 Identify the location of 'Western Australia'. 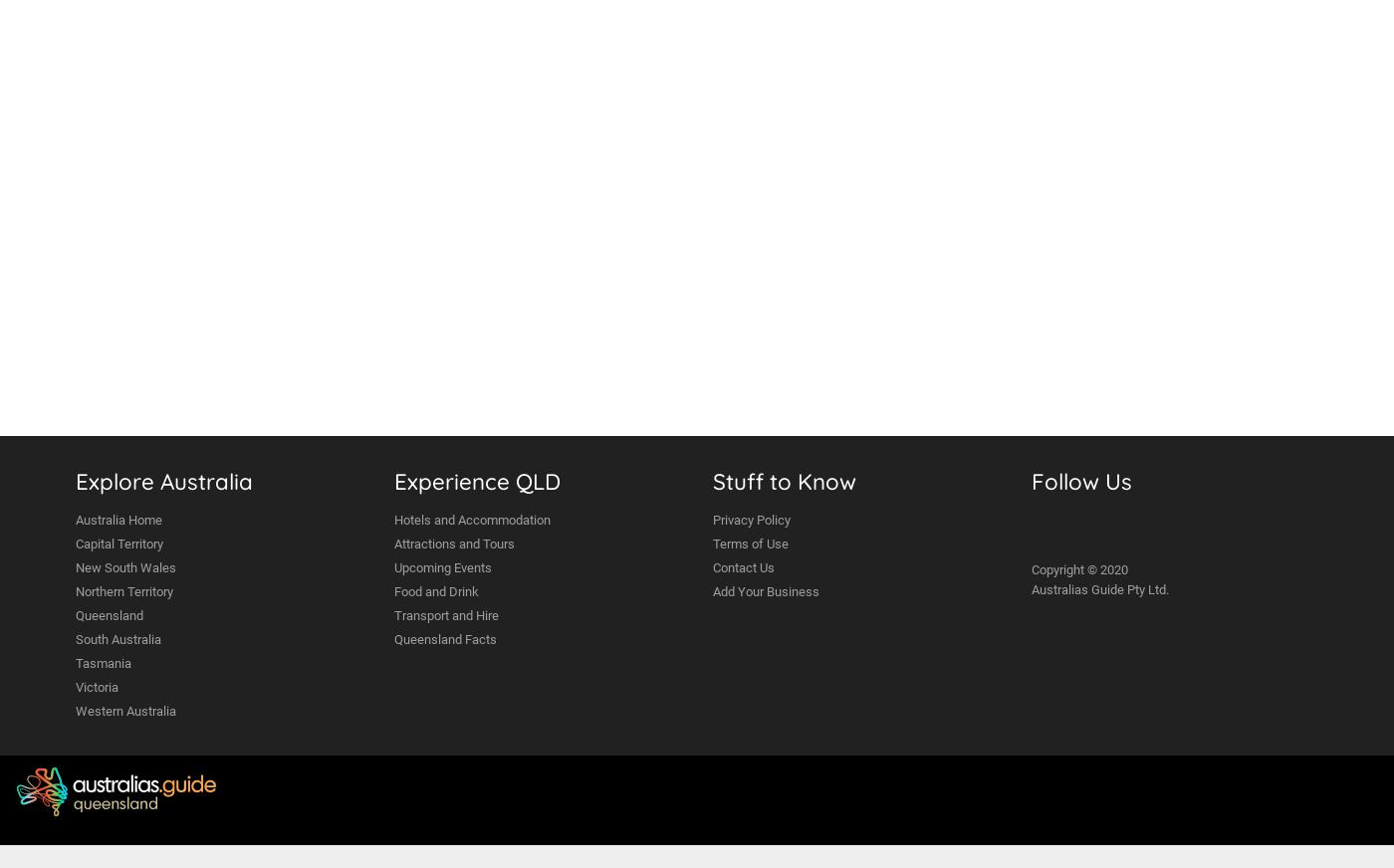
(125, 710).